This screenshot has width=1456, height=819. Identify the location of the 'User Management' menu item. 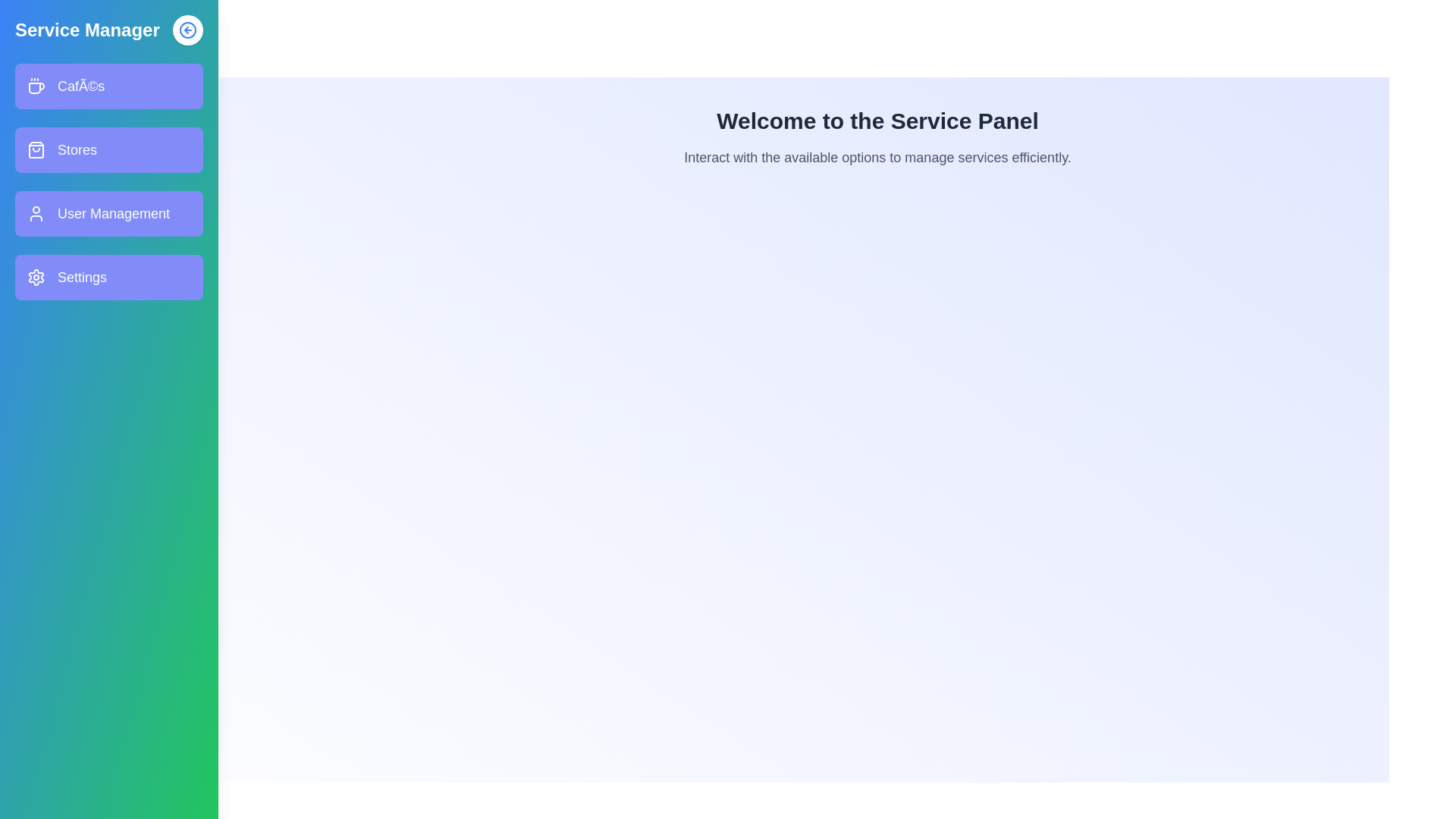
(108, 213).